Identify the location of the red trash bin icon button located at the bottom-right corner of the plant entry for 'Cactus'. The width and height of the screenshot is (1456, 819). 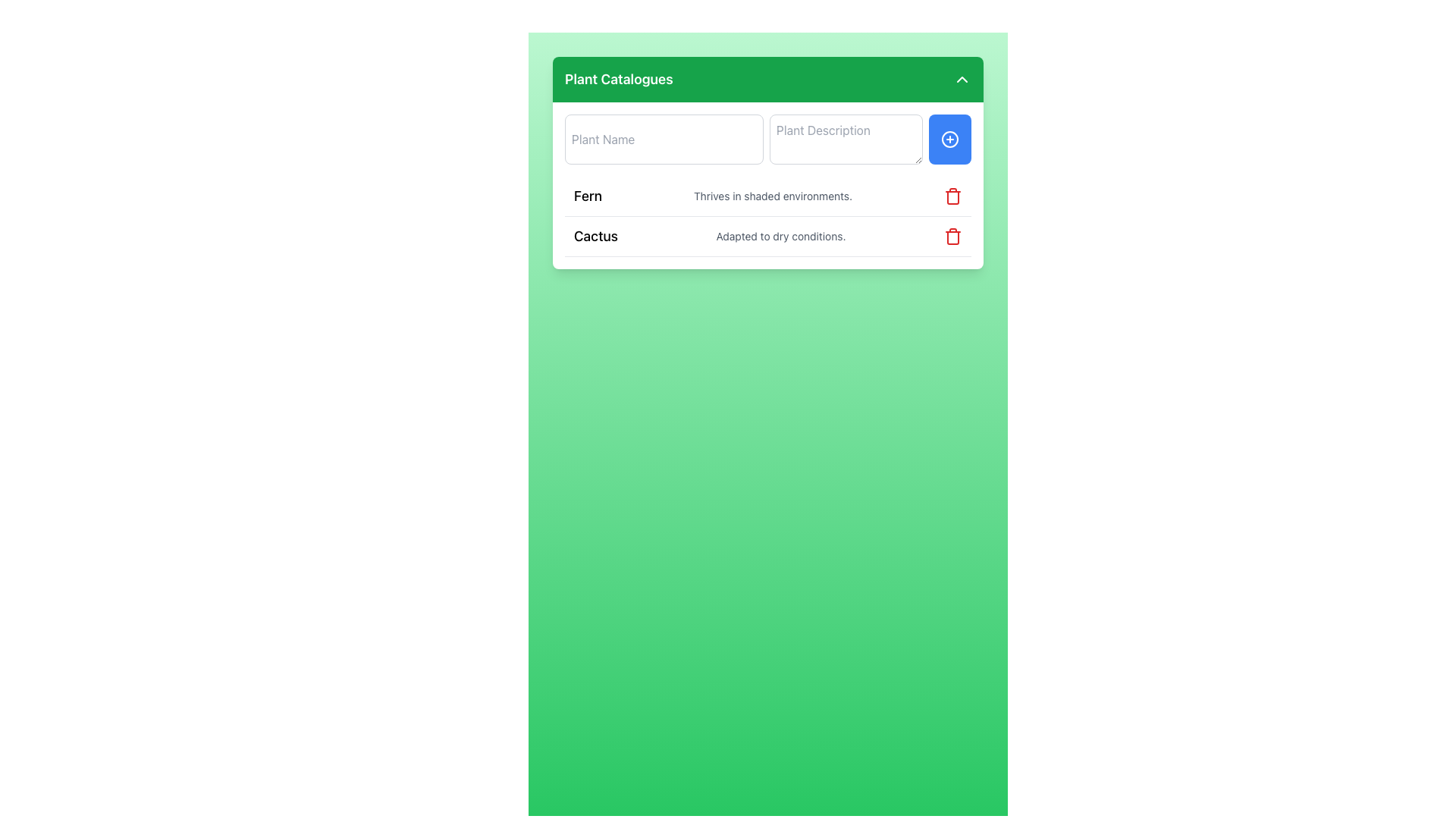
(952, 237).